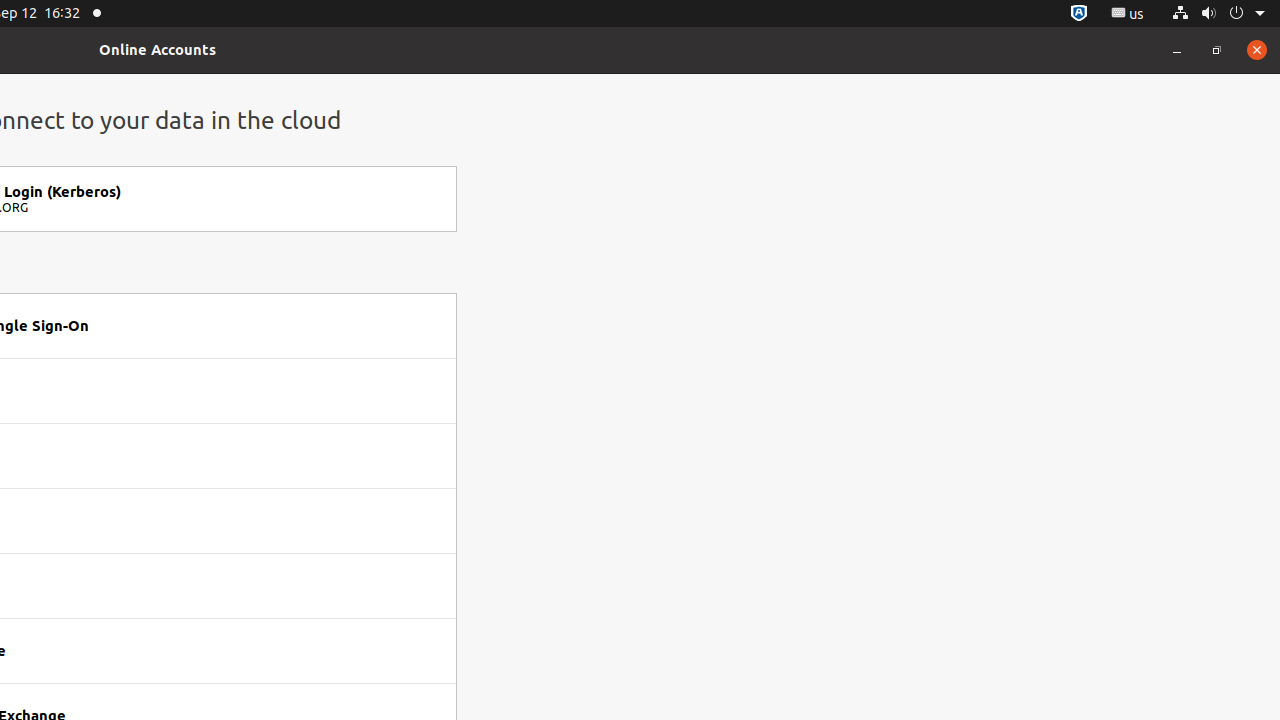  Describe the element at coordinates (1216, 48) in the screenshot. I see `'Restore'` at that location.